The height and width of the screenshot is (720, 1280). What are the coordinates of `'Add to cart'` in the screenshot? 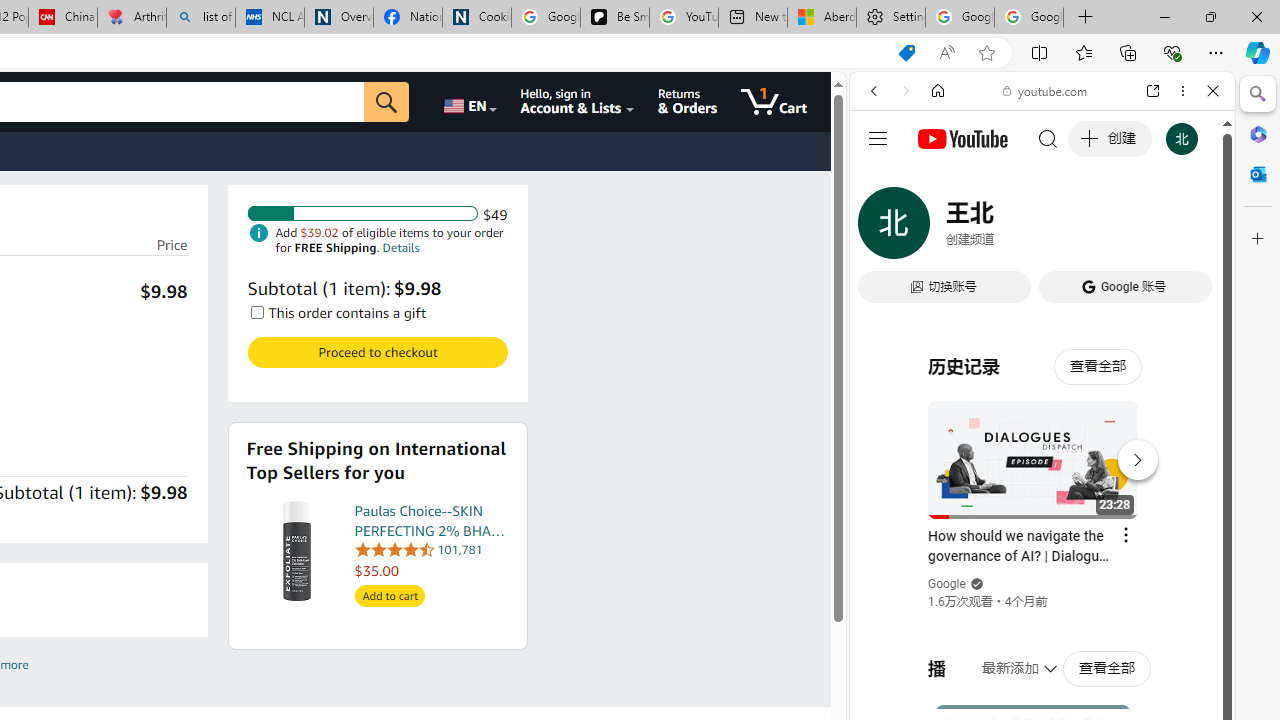 It's located at (389, 595).